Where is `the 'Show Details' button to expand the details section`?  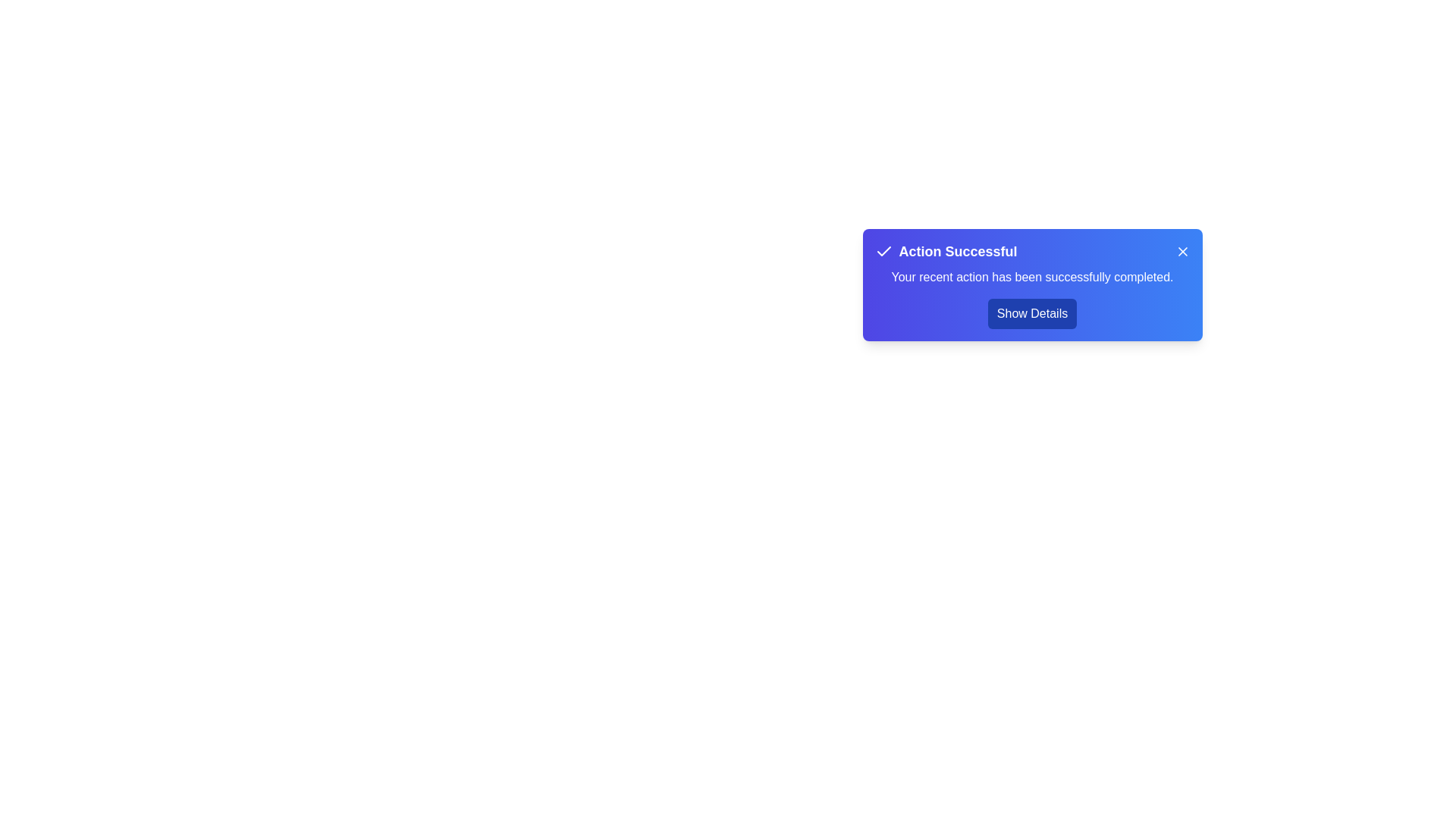 the 'Show Details' button to expand the details section is located at coordinates (1031, 312).